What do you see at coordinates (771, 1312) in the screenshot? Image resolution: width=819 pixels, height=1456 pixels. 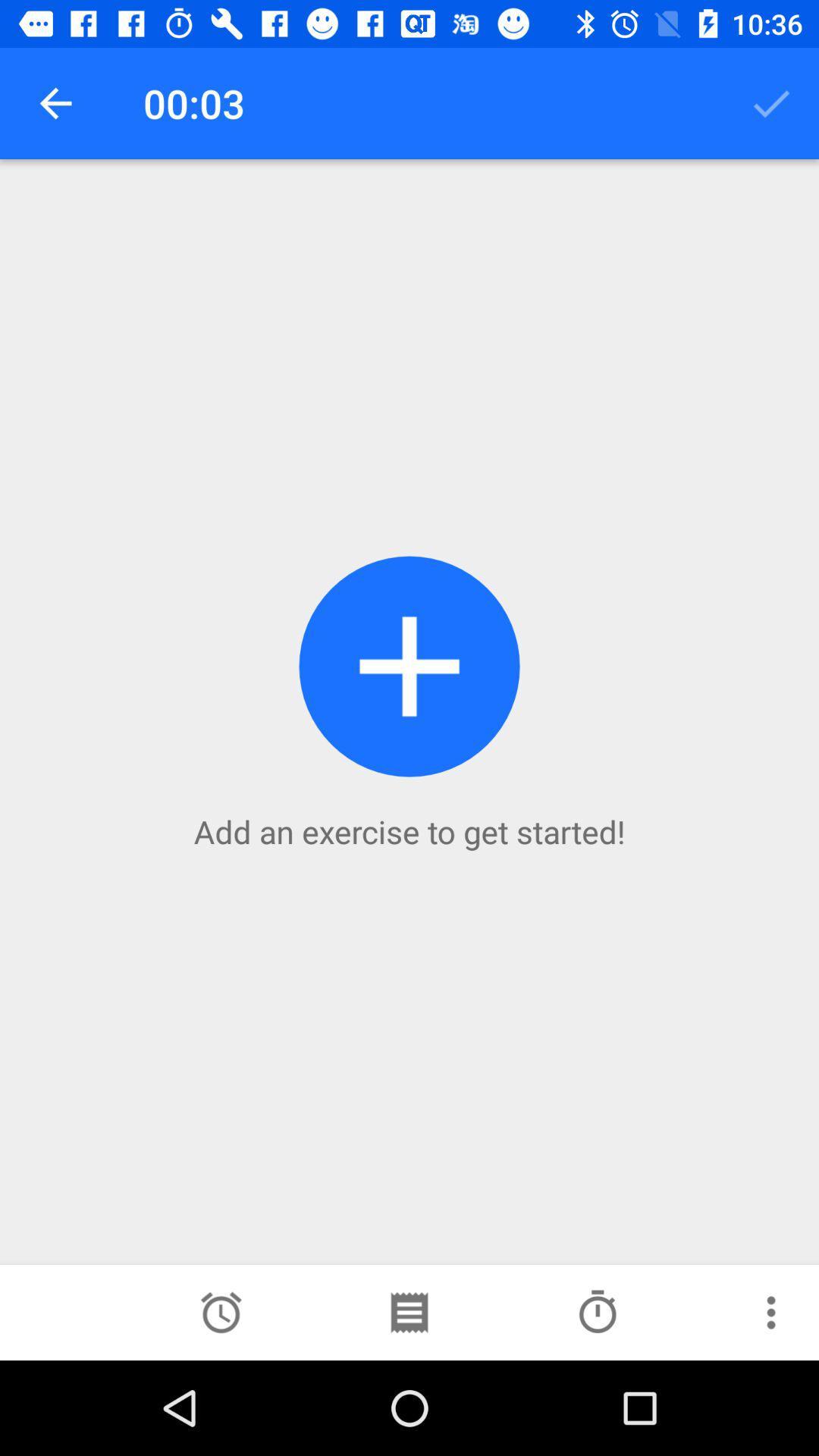 I see `the more icon` at bounding box center [771, 1312].